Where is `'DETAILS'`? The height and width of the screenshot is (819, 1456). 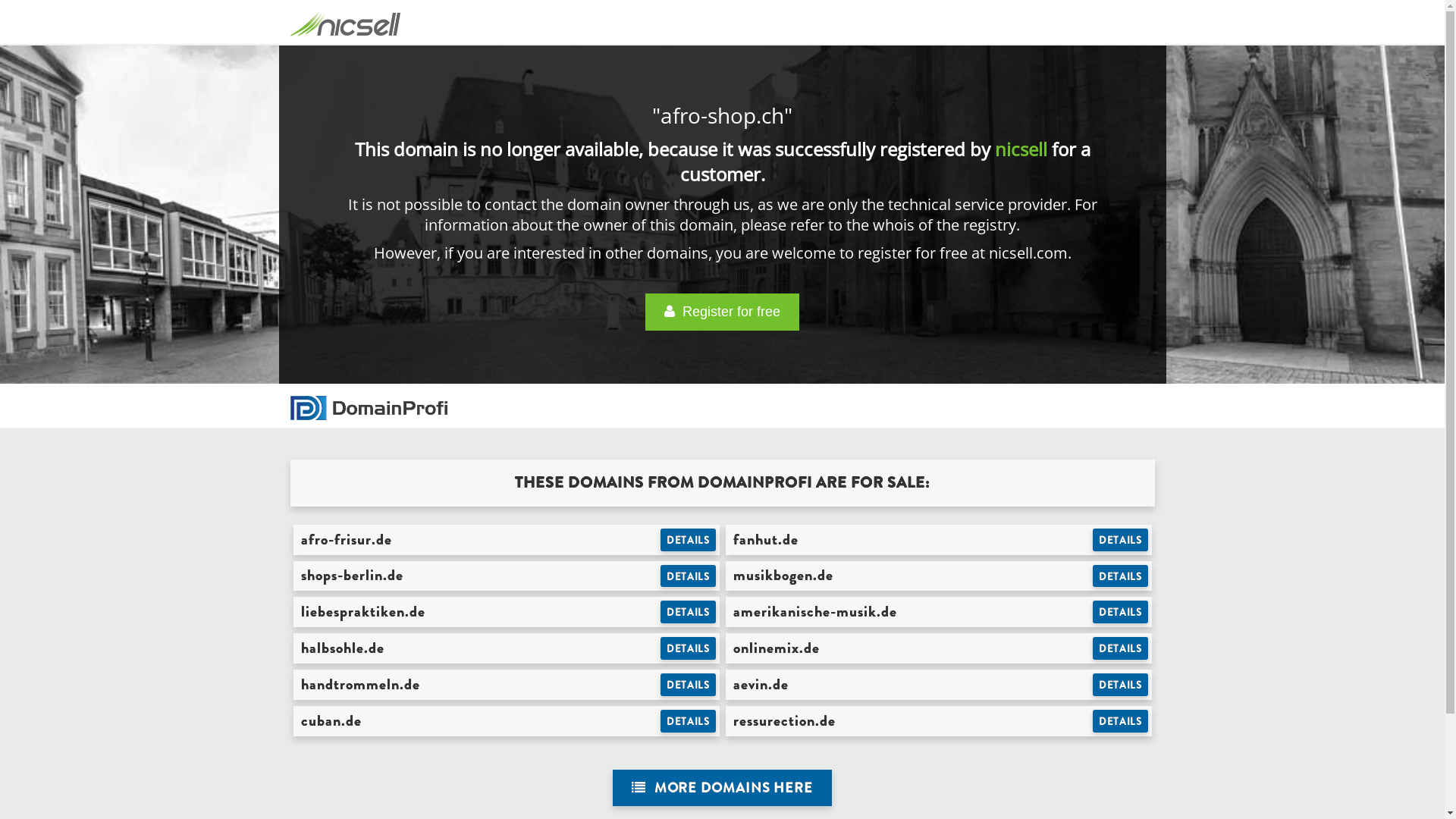
'DETAILS' is located at coordinates (1120, 576).